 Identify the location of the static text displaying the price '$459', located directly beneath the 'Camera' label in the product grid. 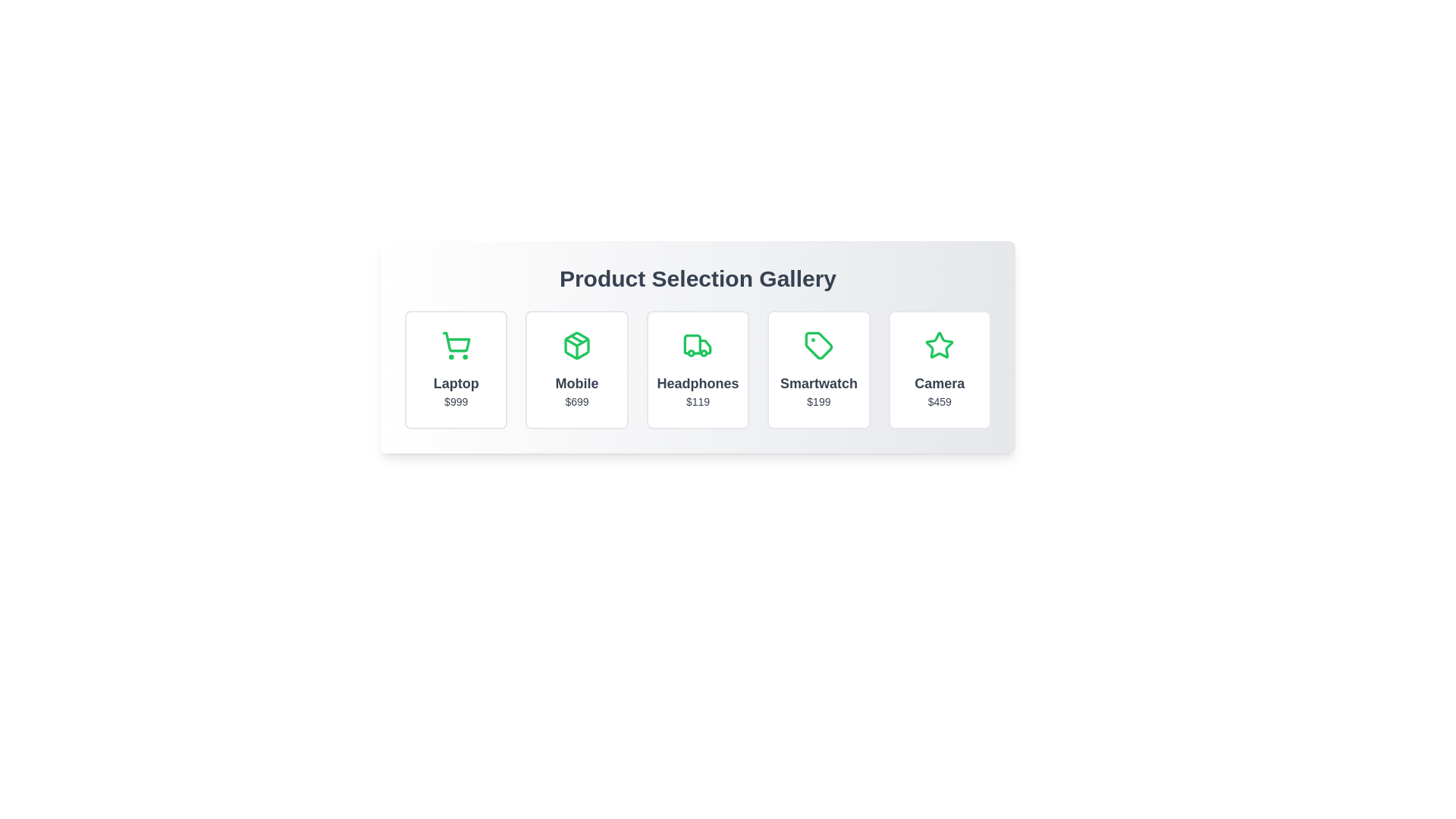
(939, 400).